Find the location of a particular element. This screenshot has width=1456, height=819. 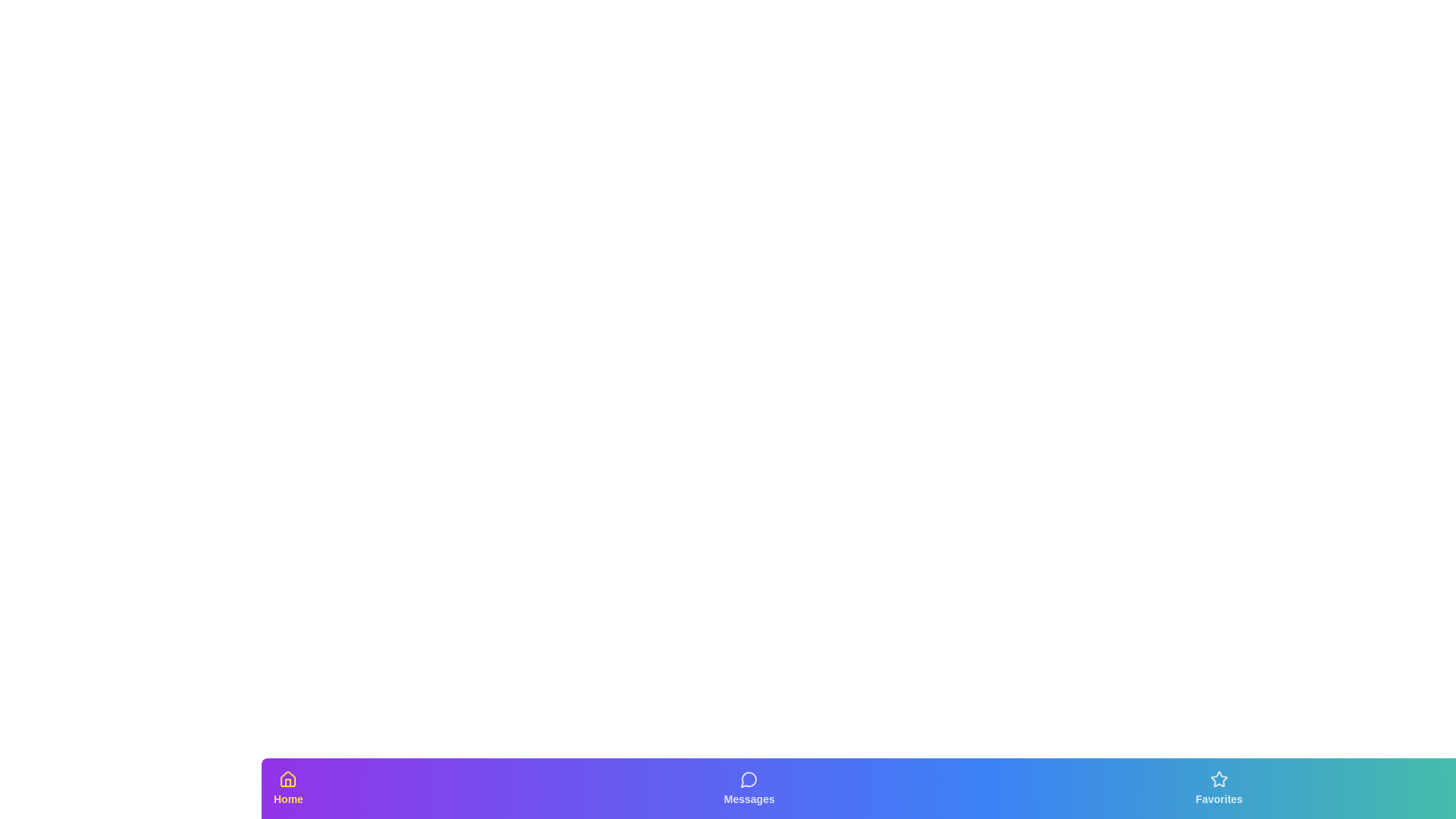

the tab labeled Favorites to view its description is located at coordinates (1219, 788).